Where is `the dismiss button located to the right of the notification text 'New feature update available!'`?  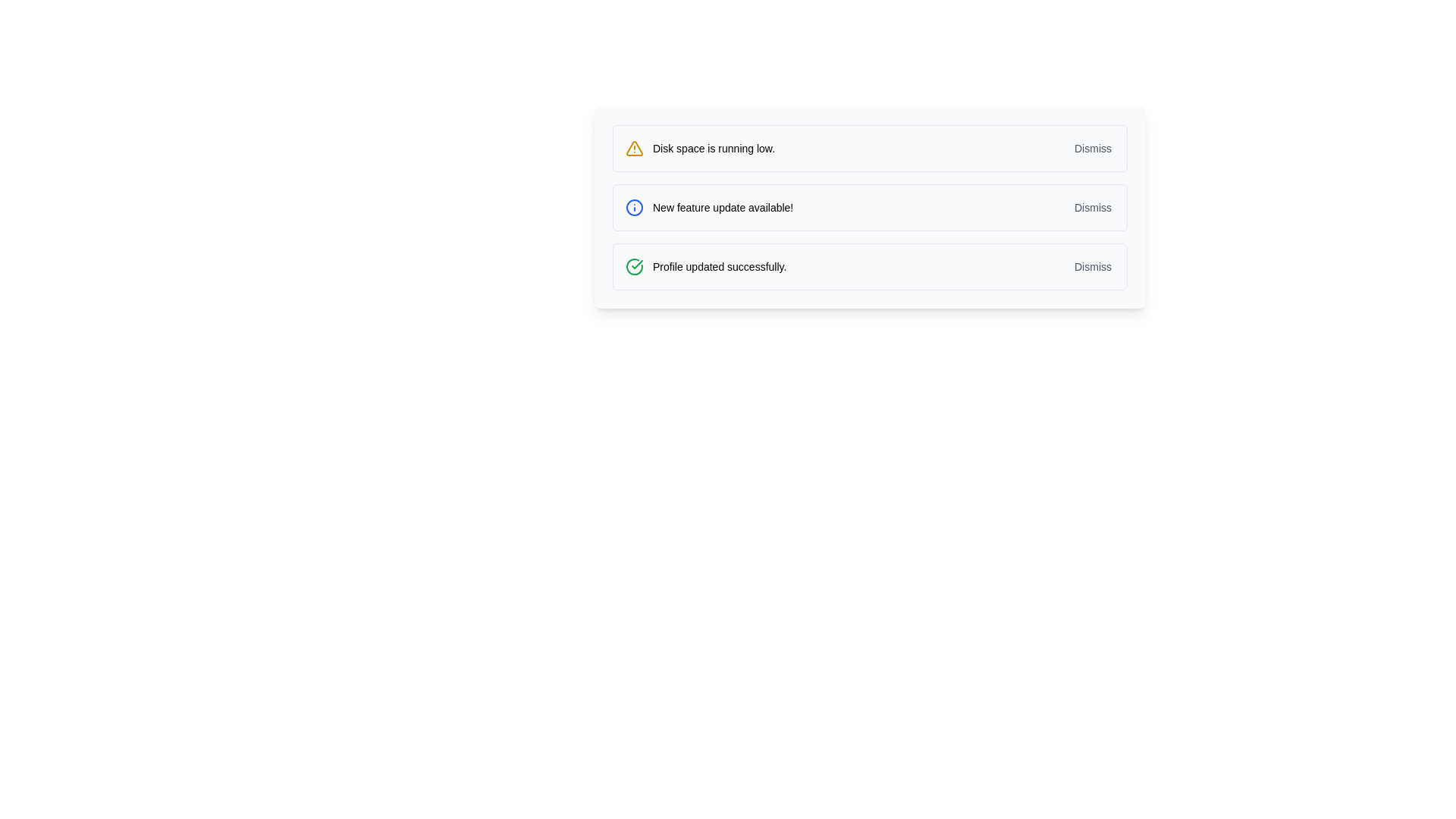 the dismiss button located to the right of the notification text 'New feature update available!' is located at coordinates (1093, 207).